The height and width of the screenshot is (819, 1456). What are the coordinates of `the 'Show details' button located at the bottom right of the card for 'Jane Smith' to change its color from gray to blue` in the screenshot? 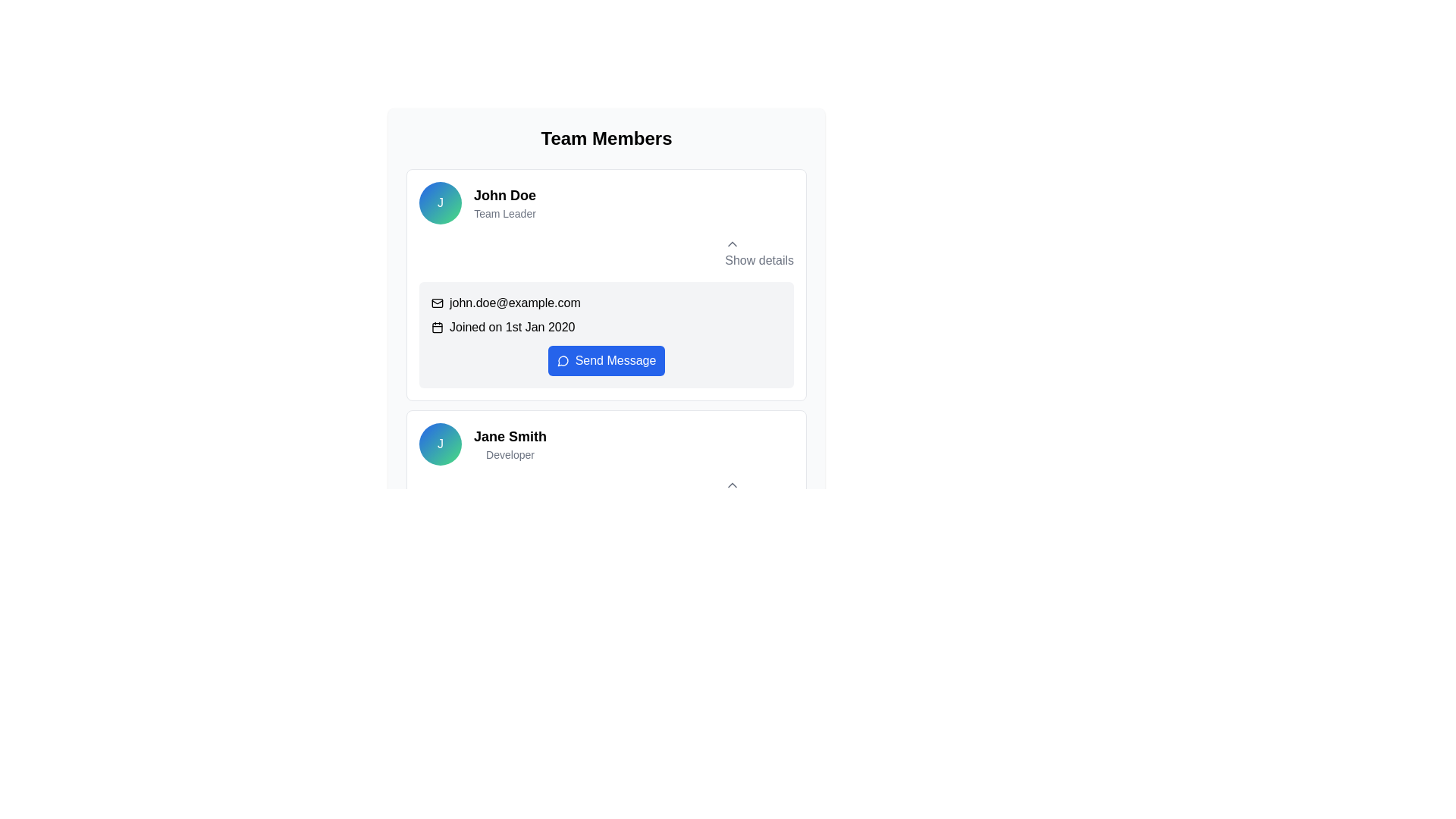 It's located at (759, 494).